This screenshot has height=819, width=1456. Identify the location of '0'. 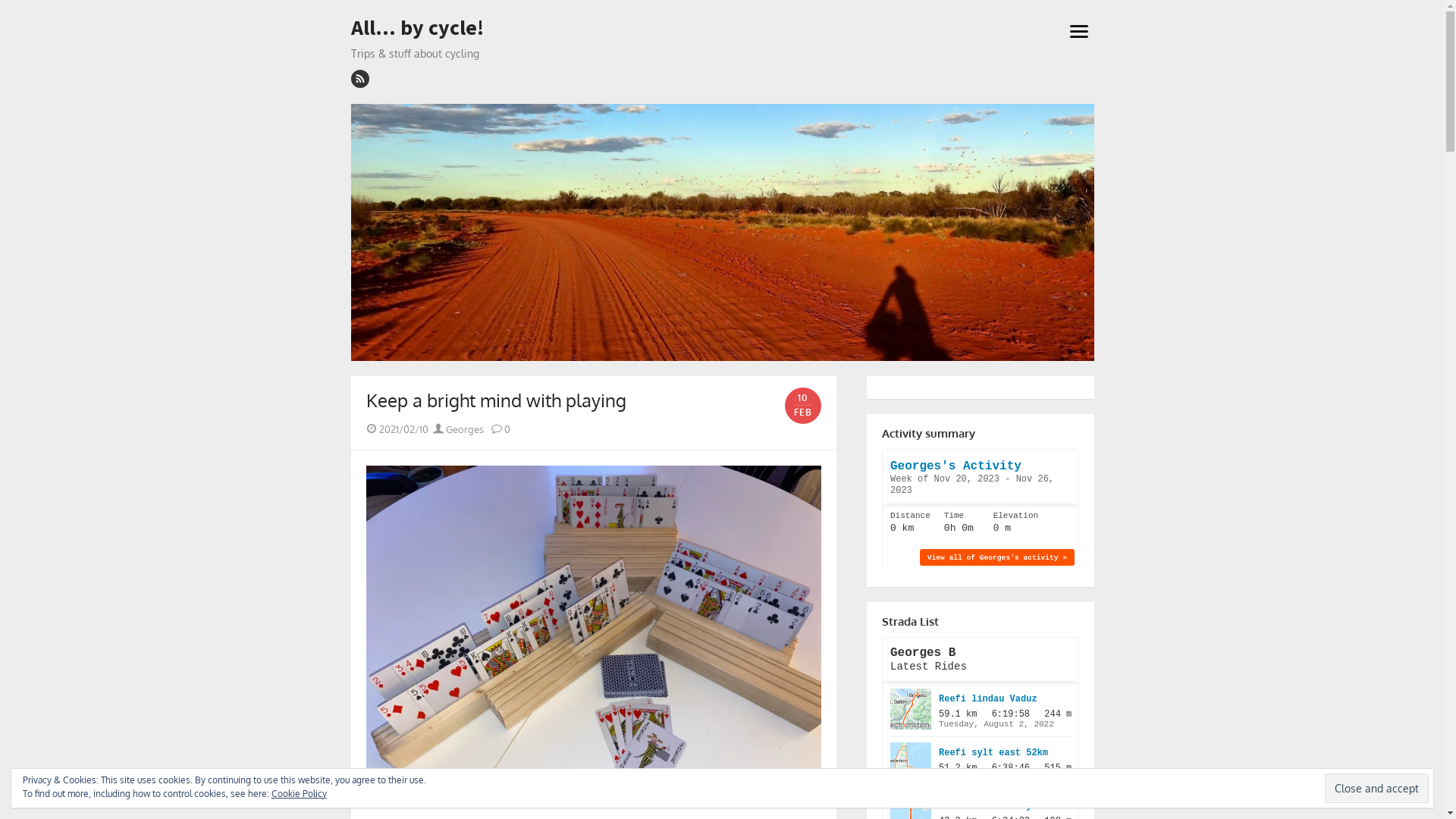
(491, 429).